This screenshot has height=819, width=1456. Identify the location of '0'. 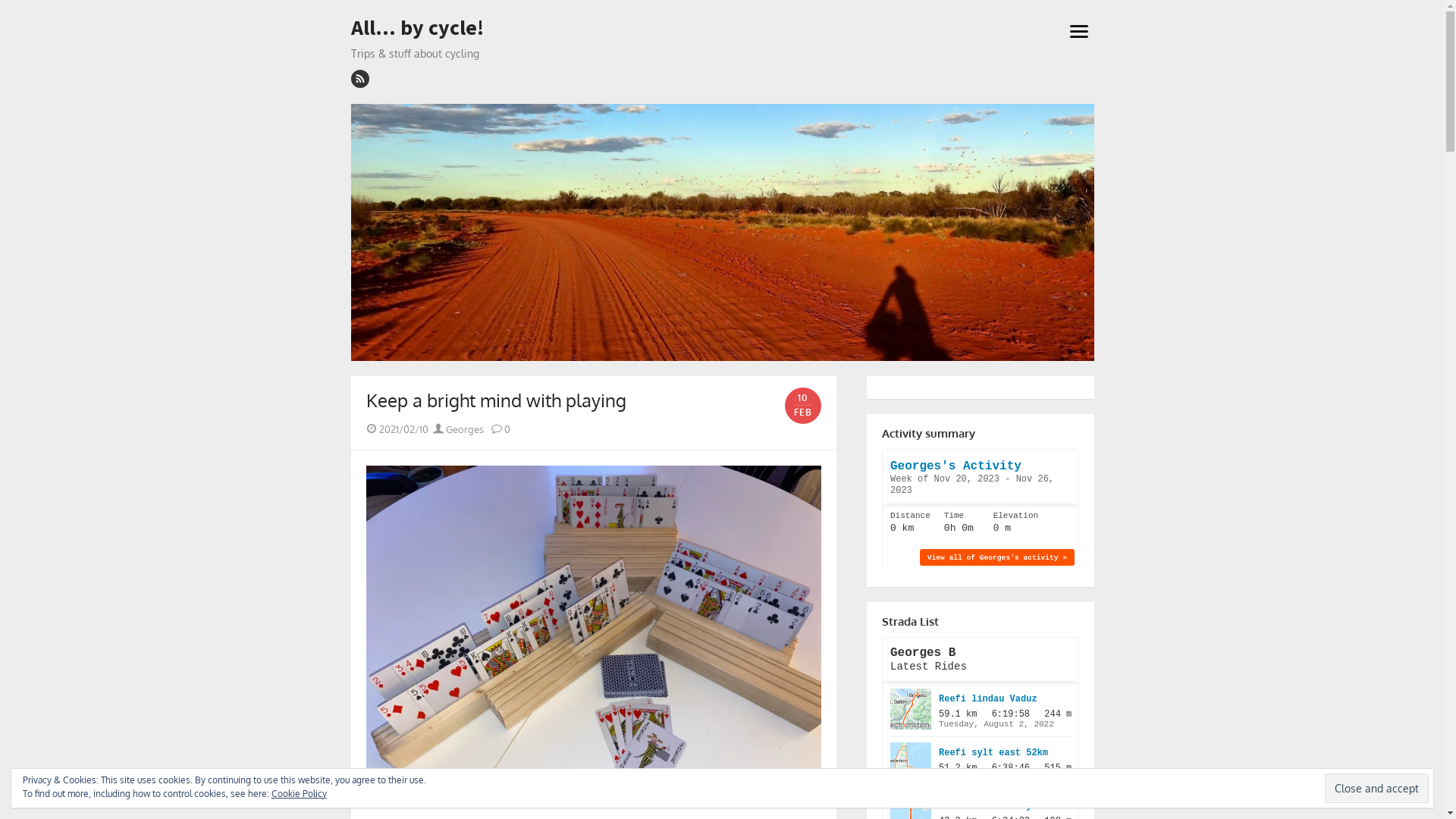
(491, 429).